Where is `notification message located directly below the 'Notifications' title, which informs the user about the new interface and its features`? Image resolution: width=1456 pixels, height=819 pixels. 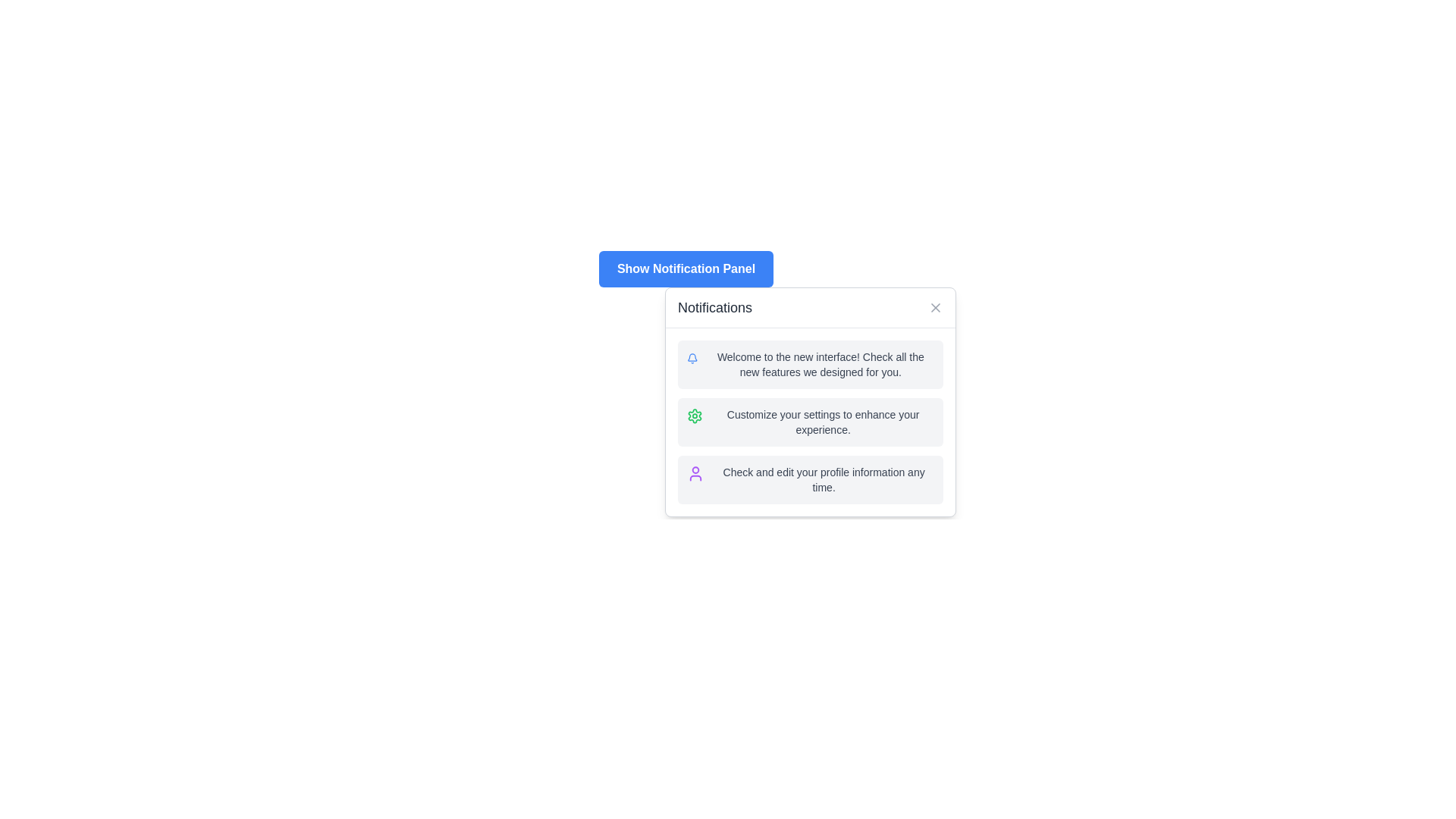
notification message located directly below the 'Notifications' title, which informs the user about the new interface and its features is located at coordinates (810, 365).